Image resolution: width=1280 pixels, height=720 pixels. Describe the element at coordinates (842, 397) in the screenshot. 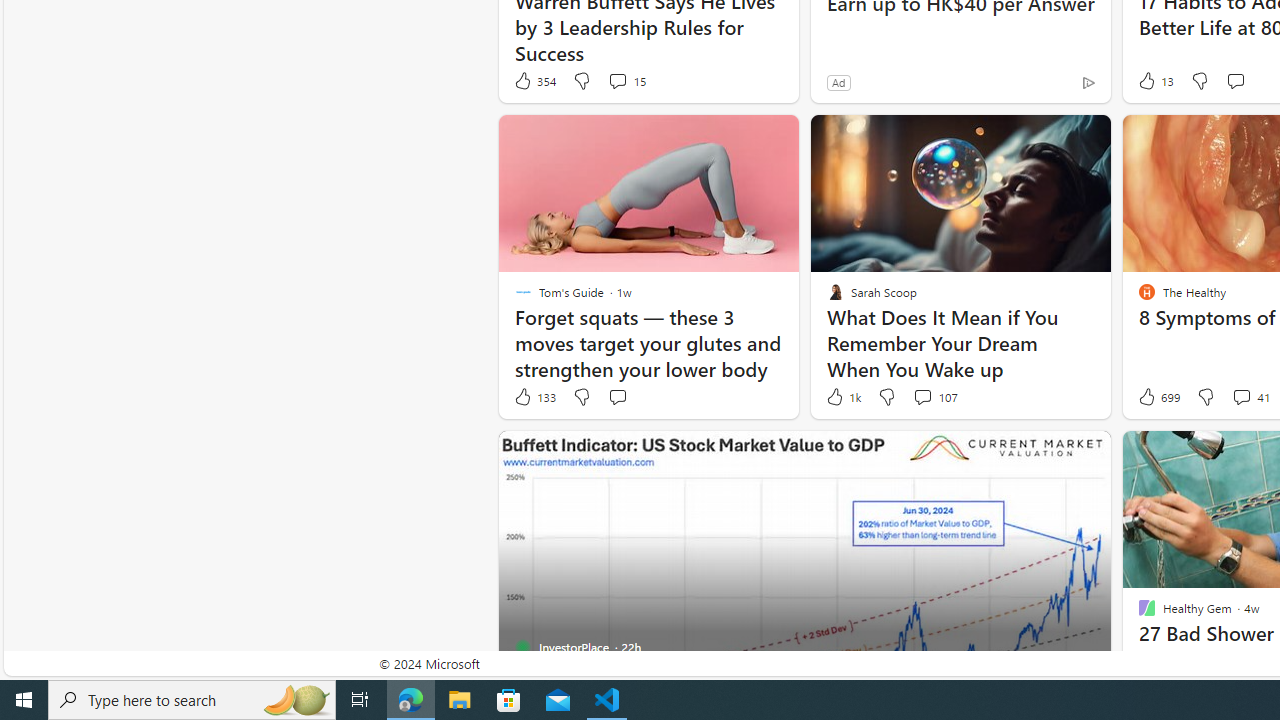

I see `'1k Like'` at that location.